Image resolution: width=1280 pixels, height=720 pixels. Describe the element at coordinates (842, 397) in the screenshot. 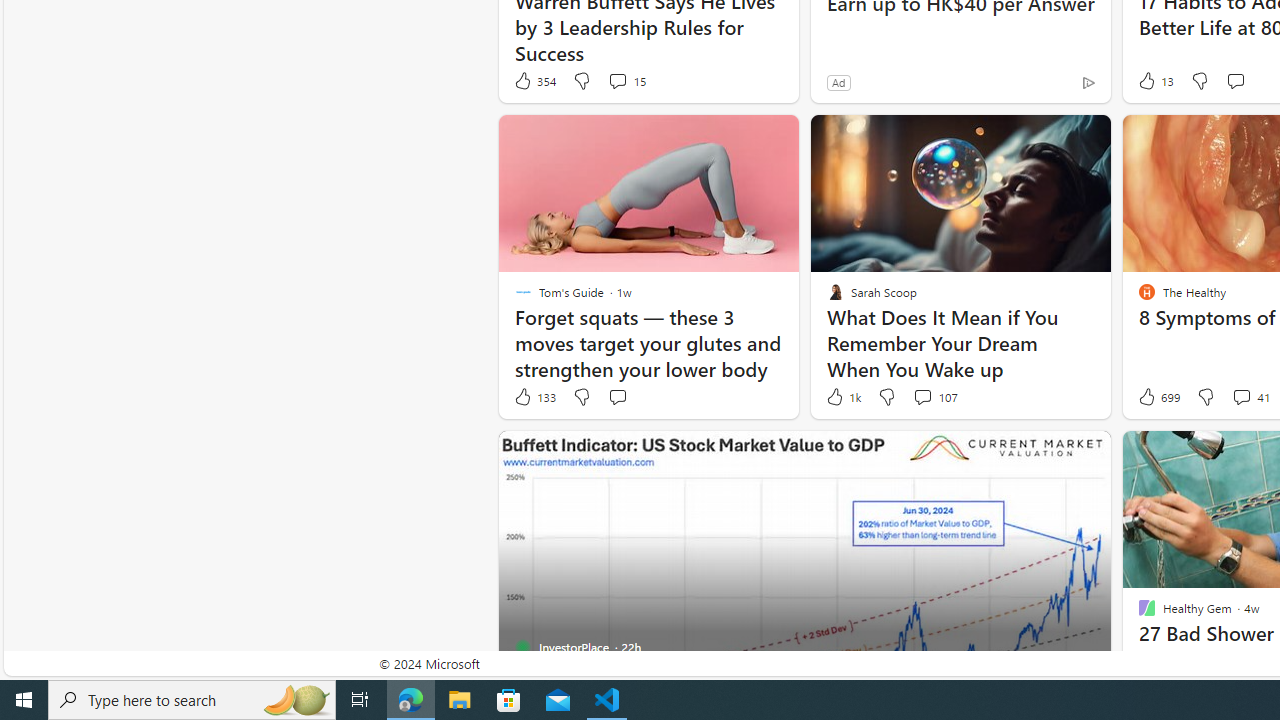

I see `'1k Like'` at that location.